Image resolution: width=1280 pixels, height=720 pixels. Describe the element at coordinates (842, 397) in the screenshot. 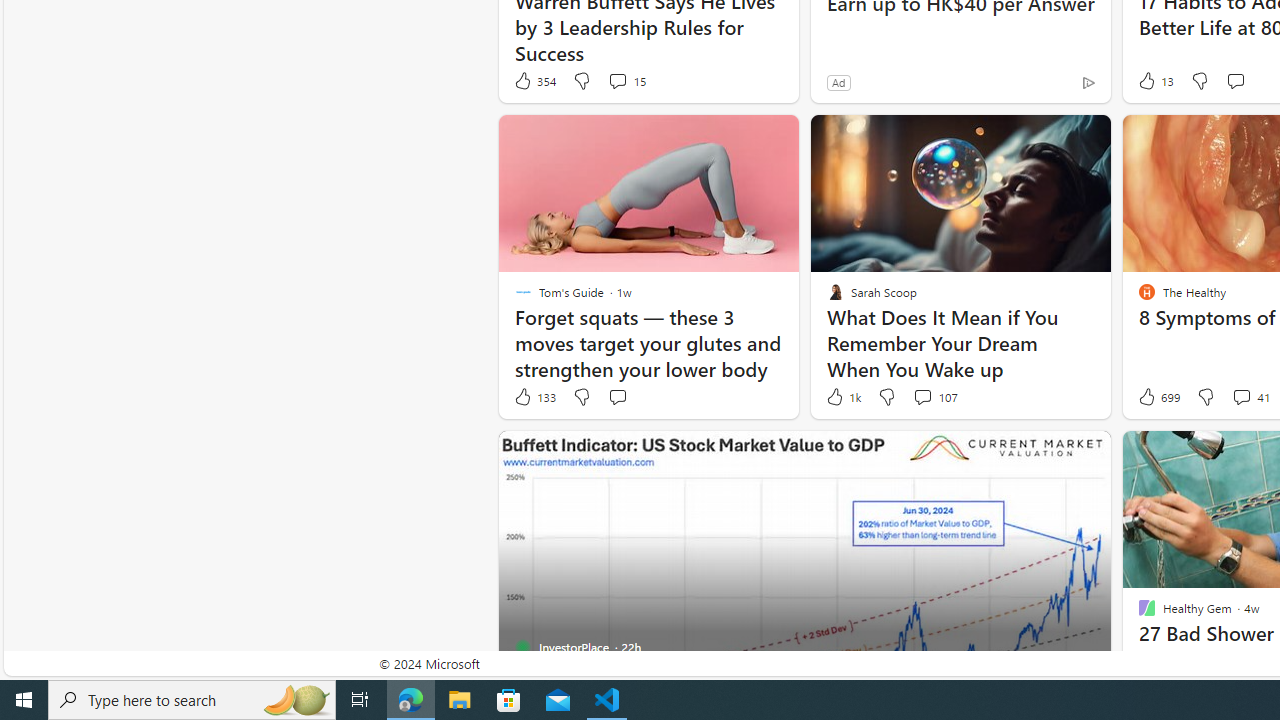

I see `'1k Like'` at that location.